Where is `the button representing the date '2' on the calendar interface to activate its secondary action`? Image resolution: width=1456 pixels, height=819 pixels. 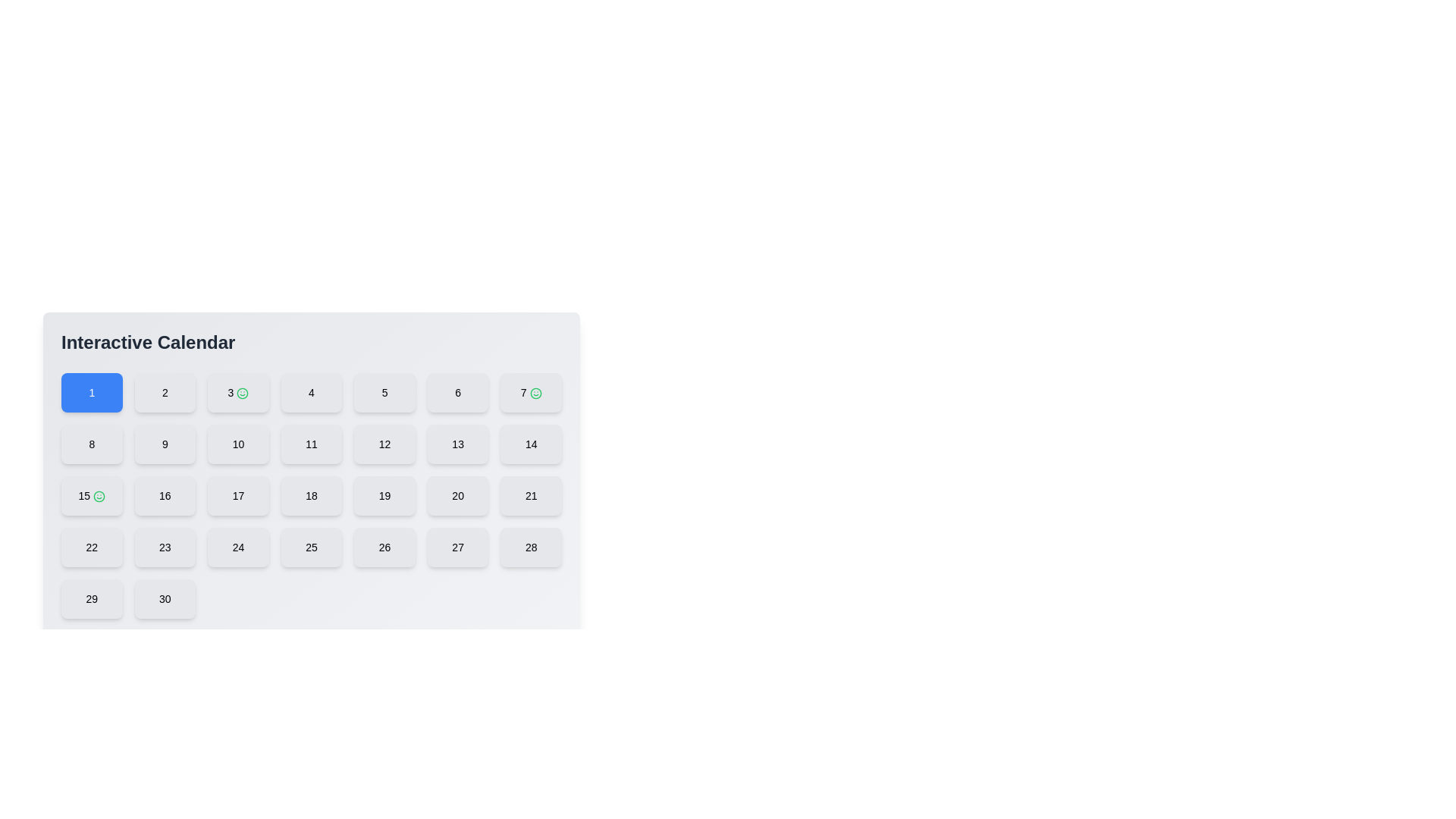 the button representing the date '2' on the calendar interface to activate its secondary action is located at coordinates (165, 391).